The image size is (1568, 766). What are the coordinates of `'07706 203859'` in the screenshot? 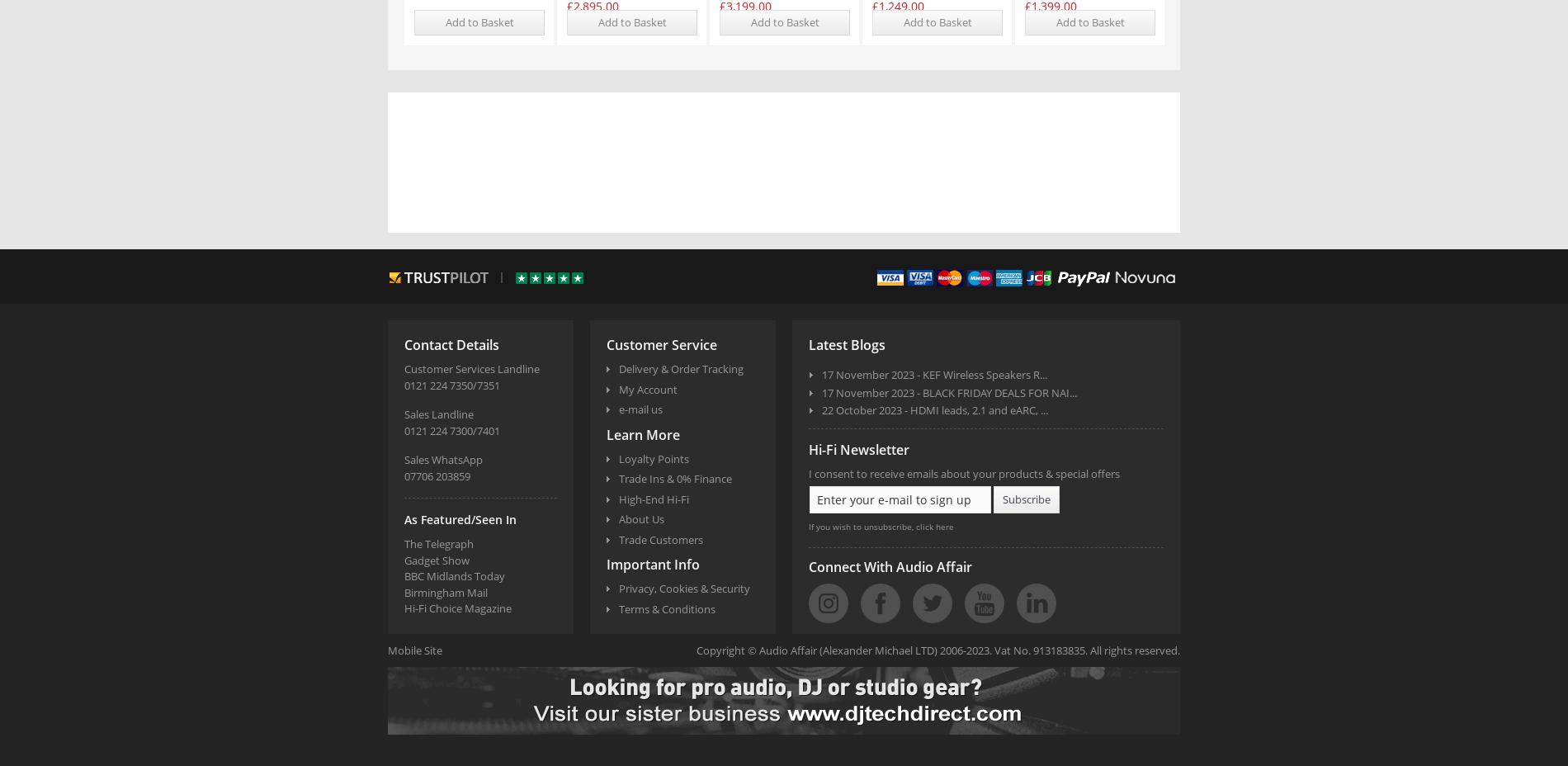 It's located at (437, 475).